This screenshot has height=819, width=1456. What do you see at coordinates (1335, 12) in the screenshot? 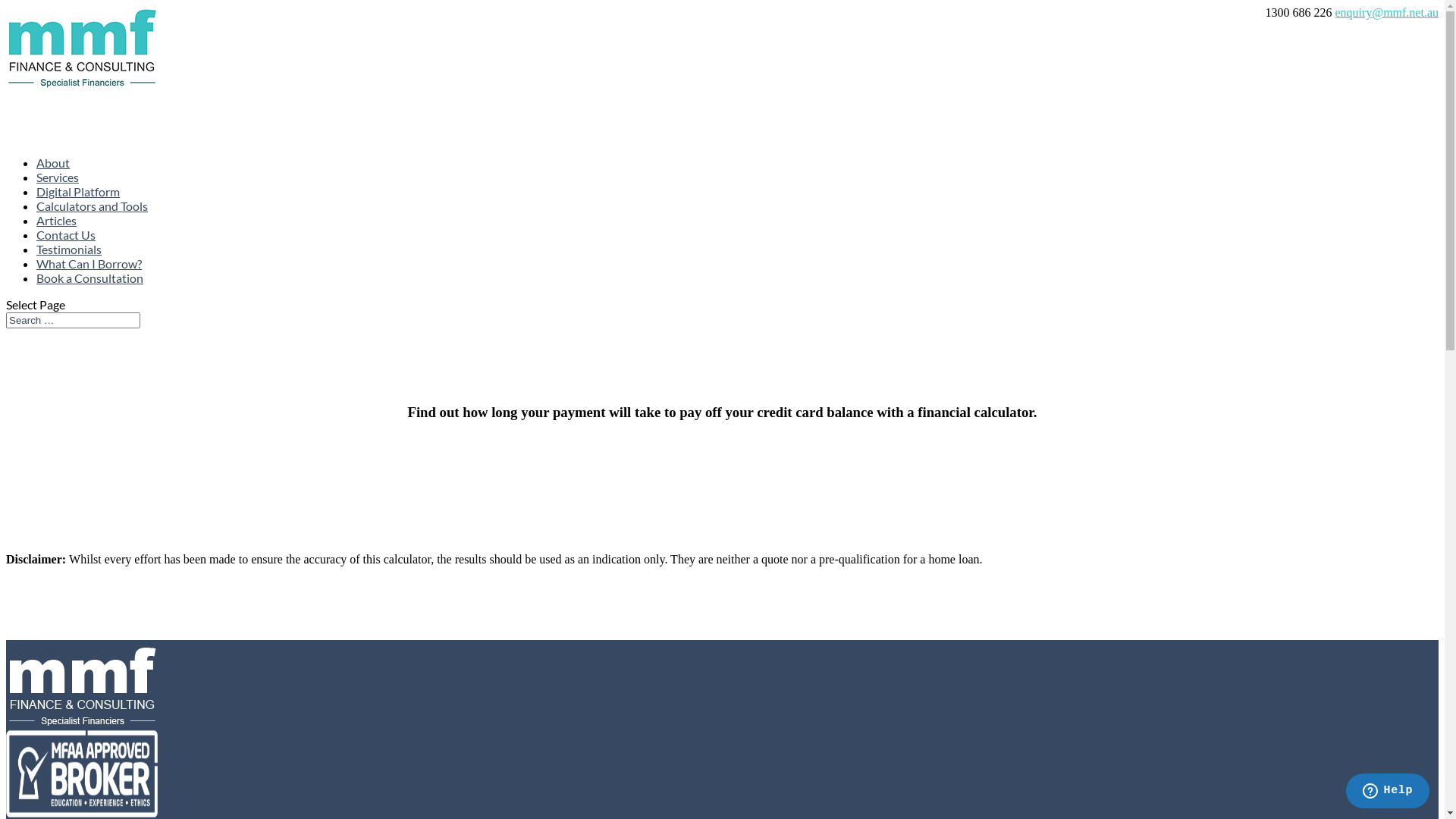
I see `'enquiry@mmf.net.au'` at bounding box center [1335, 12].